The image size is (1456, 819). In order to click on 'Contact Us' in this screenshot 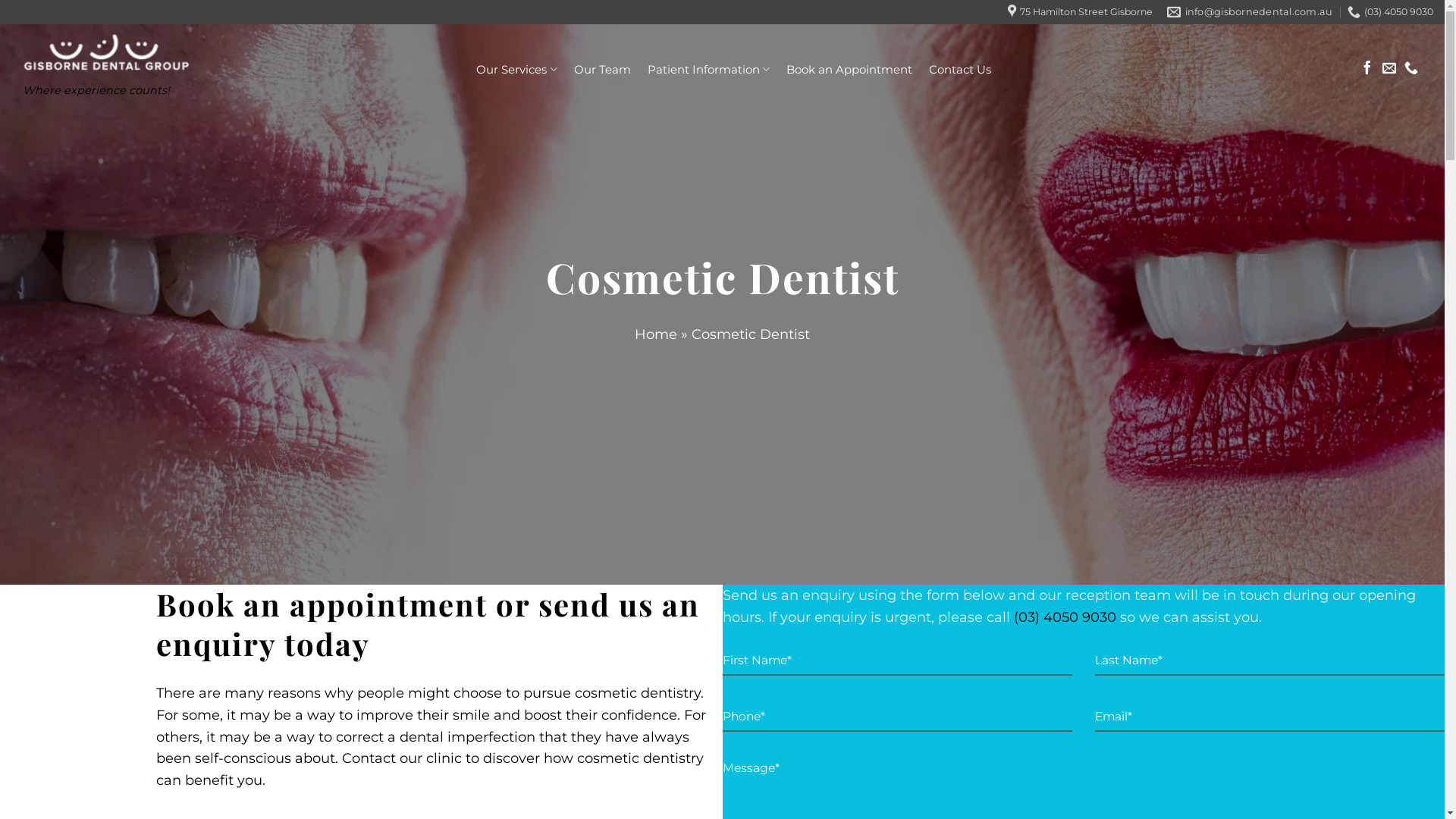, I will do `click(959, 70)`.